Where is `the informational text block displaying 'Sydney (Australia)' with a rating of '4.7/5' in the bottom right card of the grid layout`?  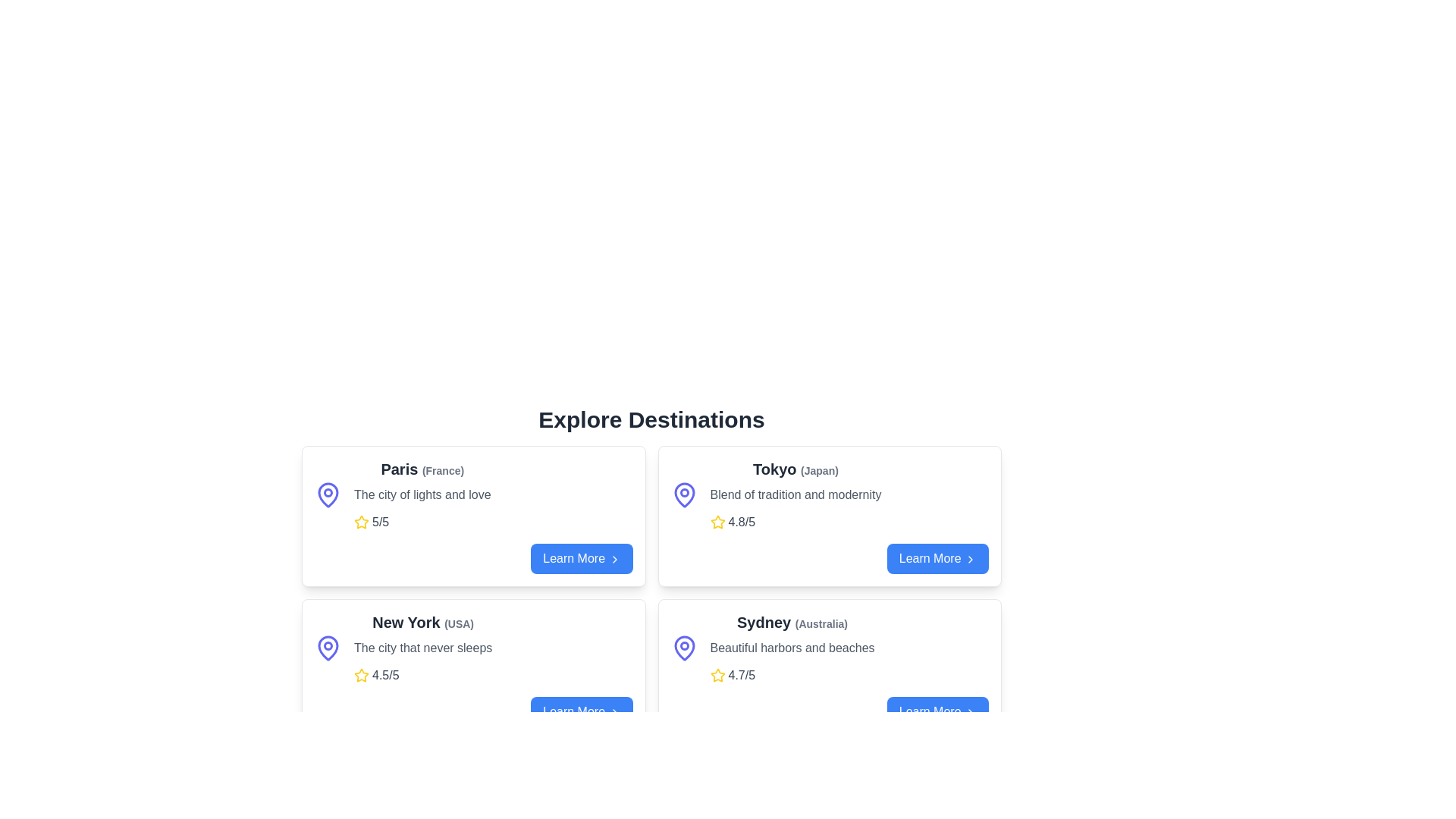
the informational text block displaying 'Sydney (Australia)' with a rating of '4.7/5' in the bottom right card of the grid layout is located at coordinates (792, 648).